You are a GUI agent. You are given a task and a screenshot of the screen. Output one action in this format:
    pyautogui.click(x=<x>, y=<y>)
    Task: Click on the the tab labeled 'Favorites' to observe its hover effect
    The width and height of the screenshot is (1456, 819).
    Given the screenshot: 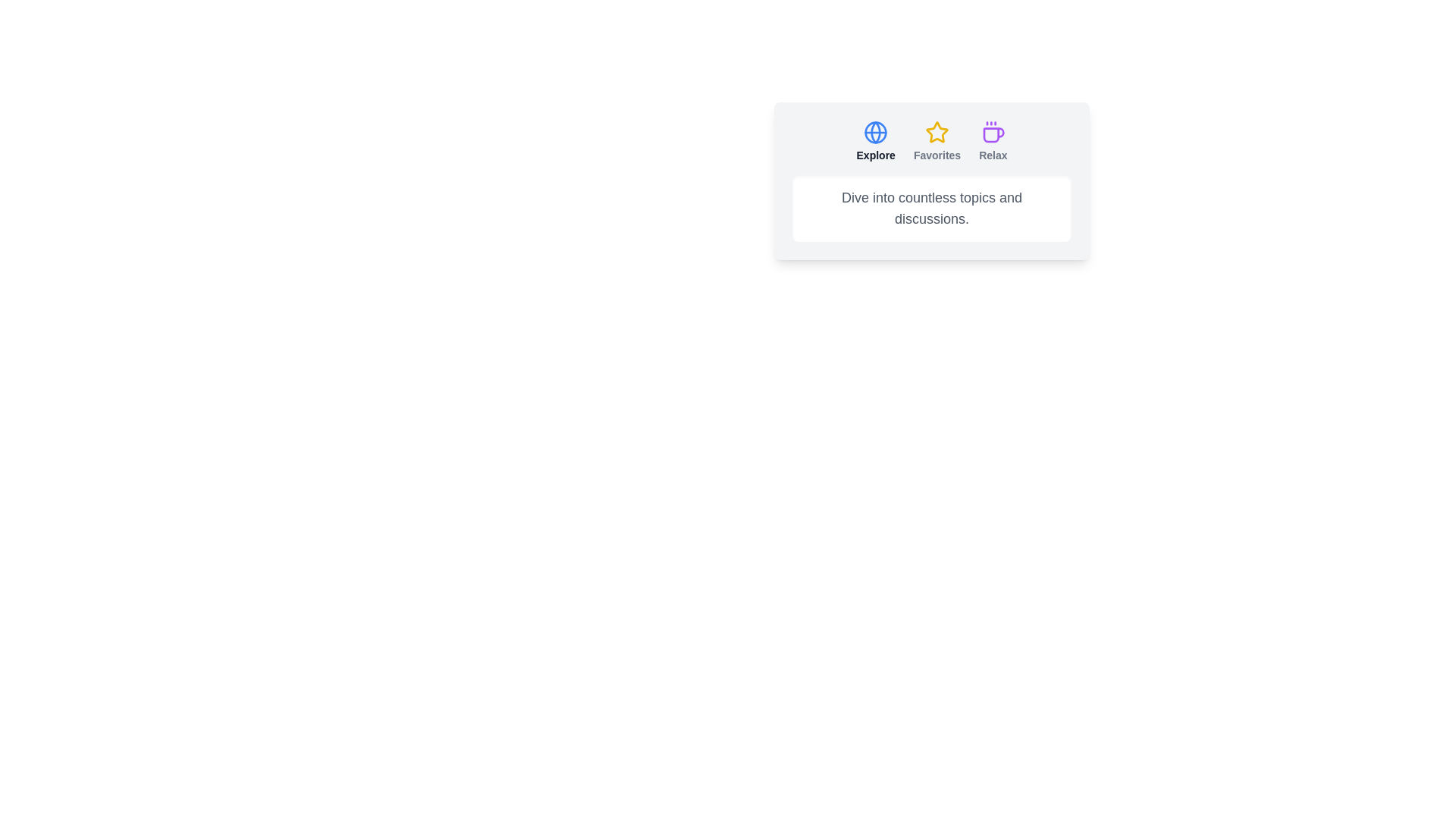 What is the action you would take?
    pyautogui.click(x=937, y=141)
    